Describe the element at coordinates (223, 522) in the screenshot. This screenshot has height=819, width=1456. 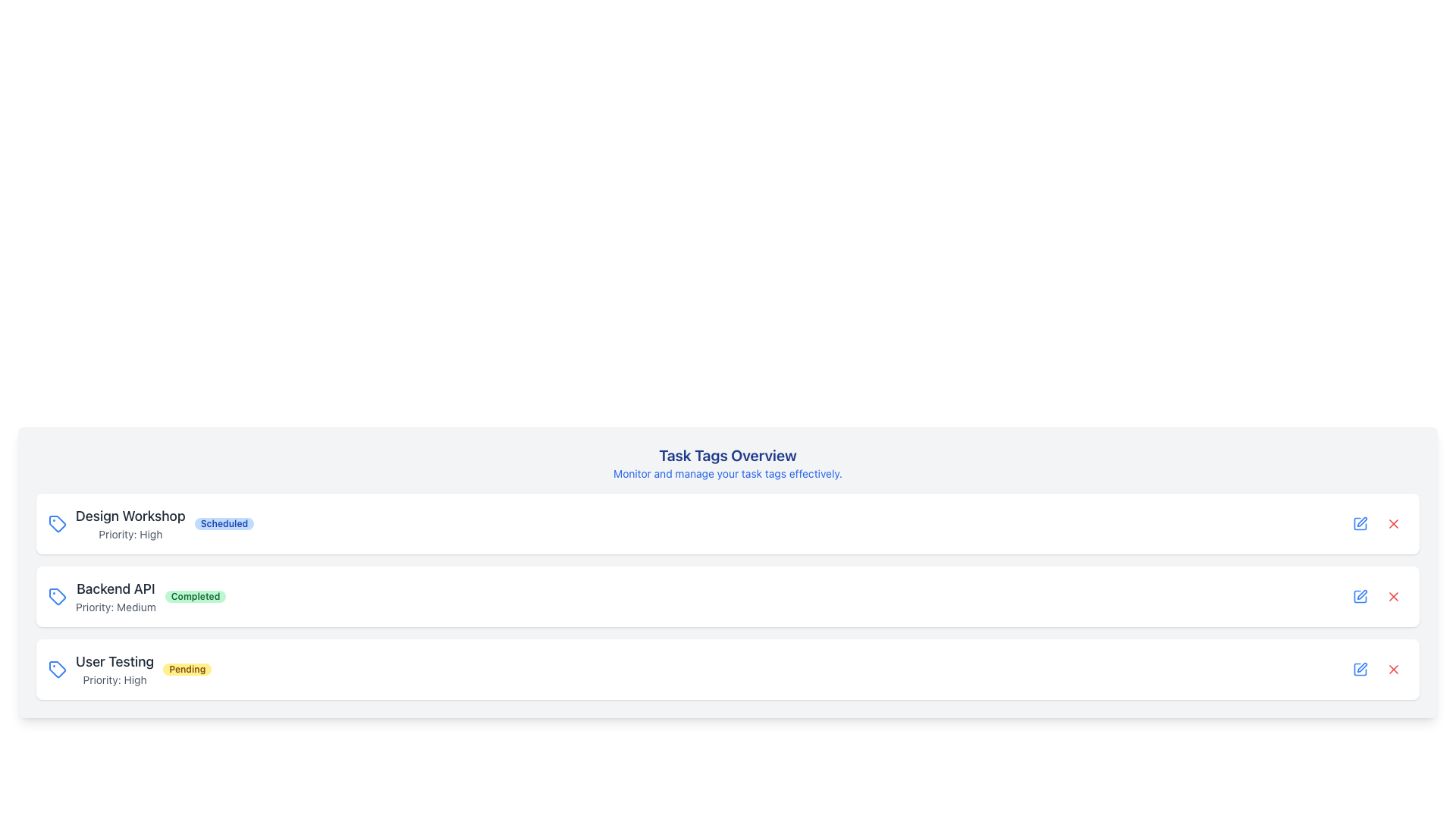
I see `the status label indicating that the associated task is scheduled, located at the end of the first row in the task list adjacent to 'Design Workshop' and above 'Backend API'` at that location.